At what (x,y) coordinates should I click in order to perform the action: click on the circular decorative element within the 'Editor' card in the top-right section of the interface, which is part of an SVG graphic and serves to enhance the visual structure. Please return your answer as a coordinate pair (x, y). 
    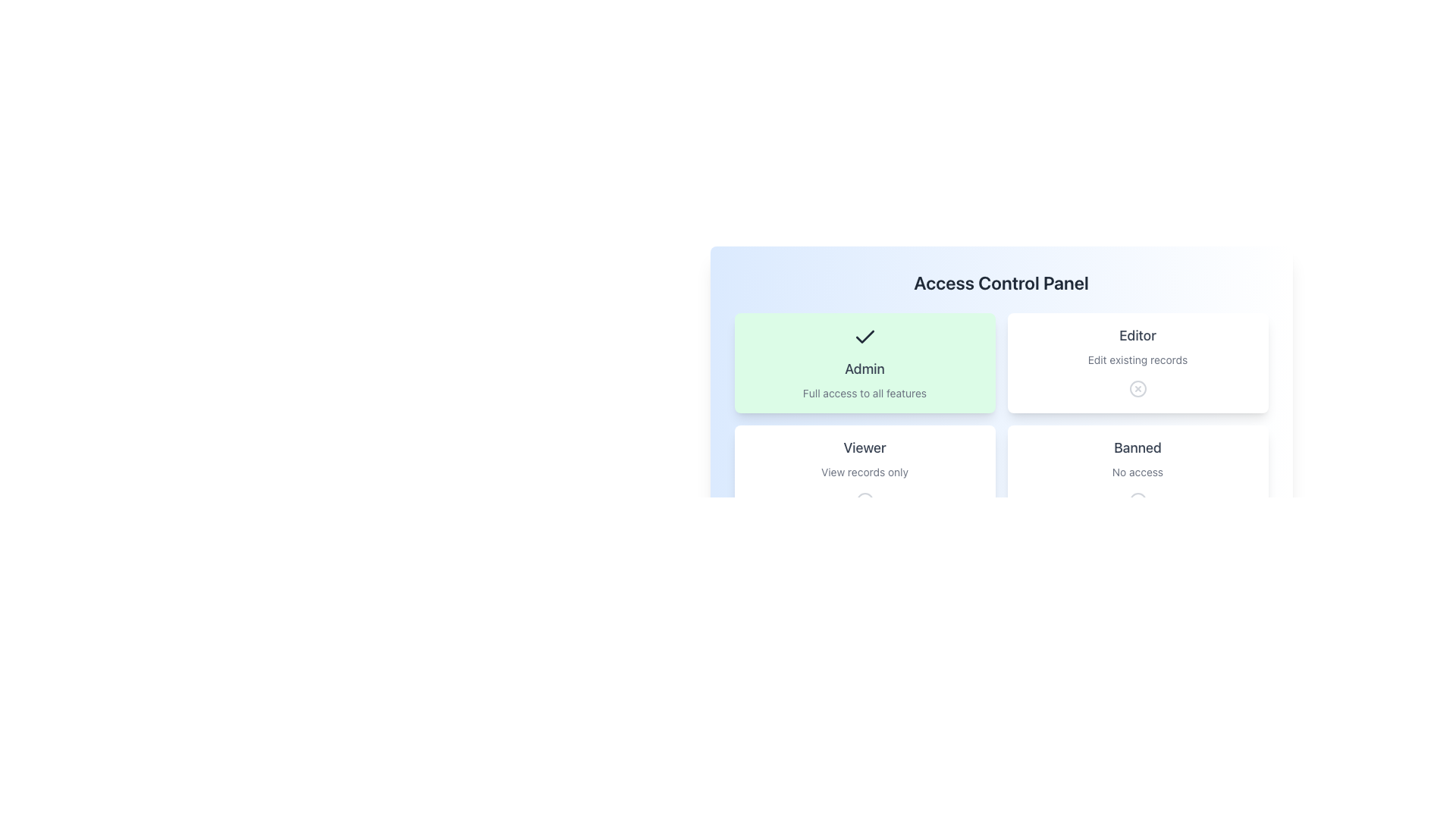
    Looking at the image, I should click on (1137, 388).